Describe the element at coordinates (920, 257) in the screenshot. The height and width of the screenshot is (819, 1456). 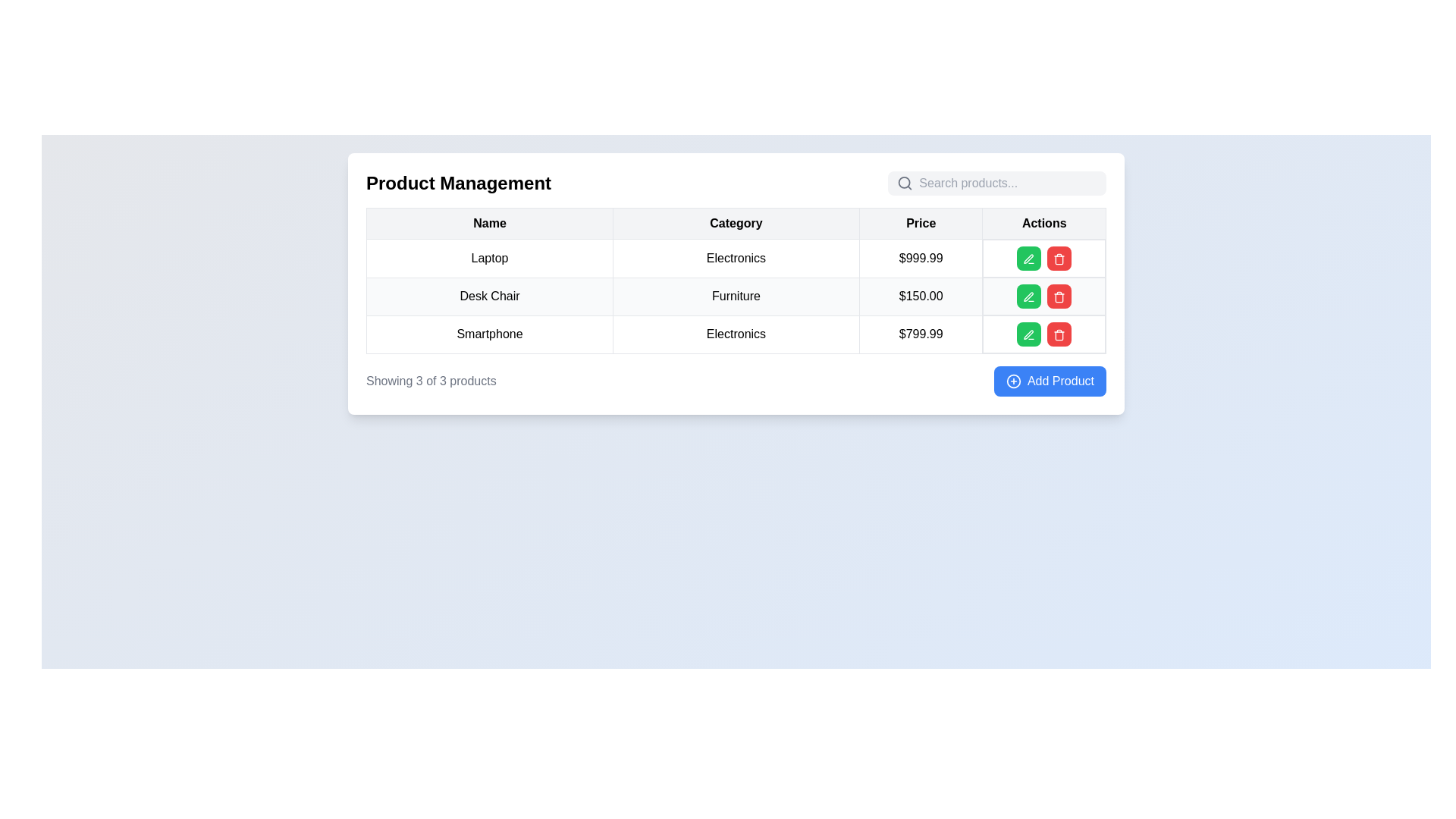
I see `the price label displaying '$999.99' in black text, located under the 'Price' column and aligned with the 'Laptop' row` at that location.